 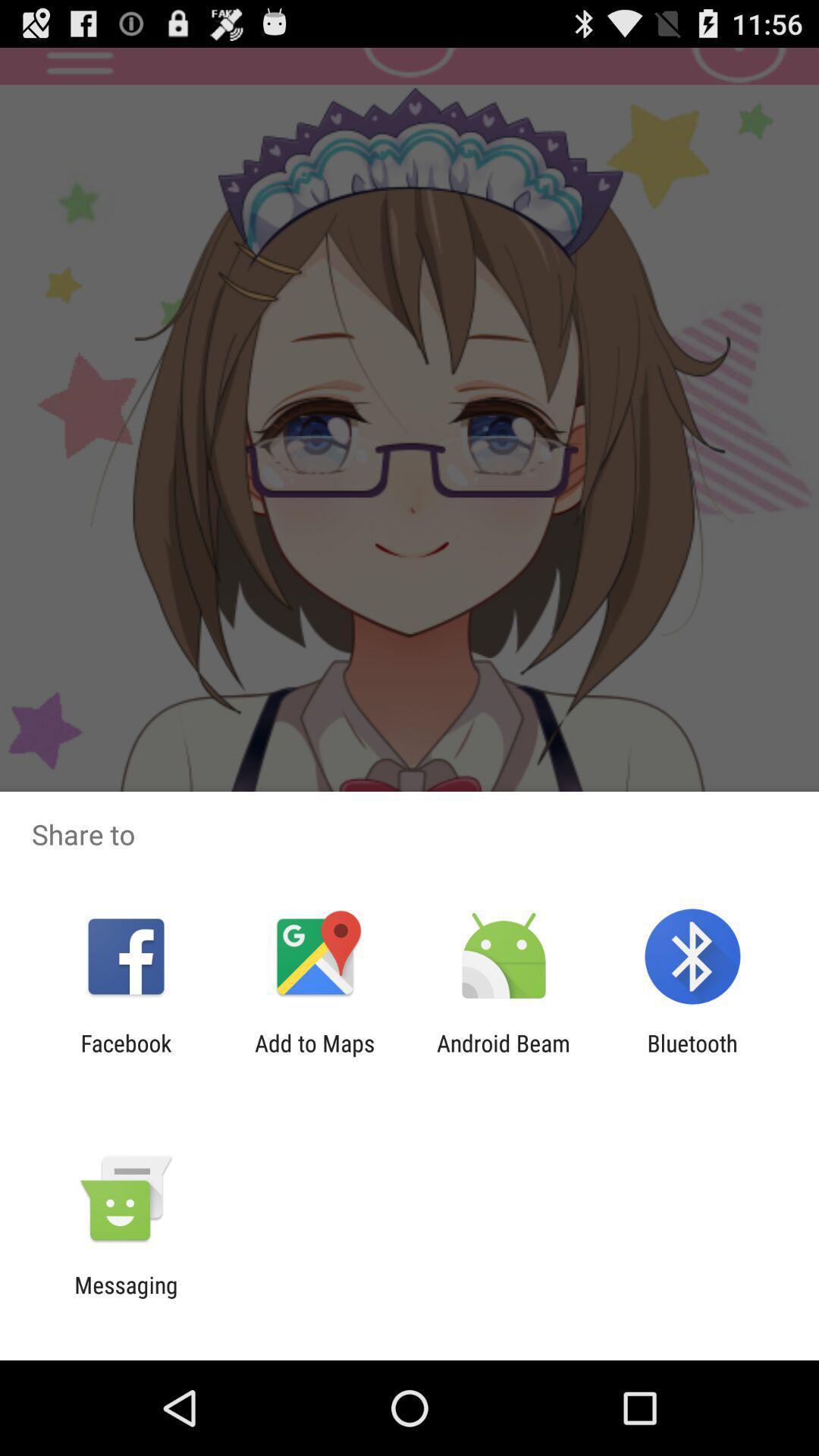 What do you see at coordinates (125, 1056) in the screenshot?
I see `the facebook app` at bounding box center [125, 1056].